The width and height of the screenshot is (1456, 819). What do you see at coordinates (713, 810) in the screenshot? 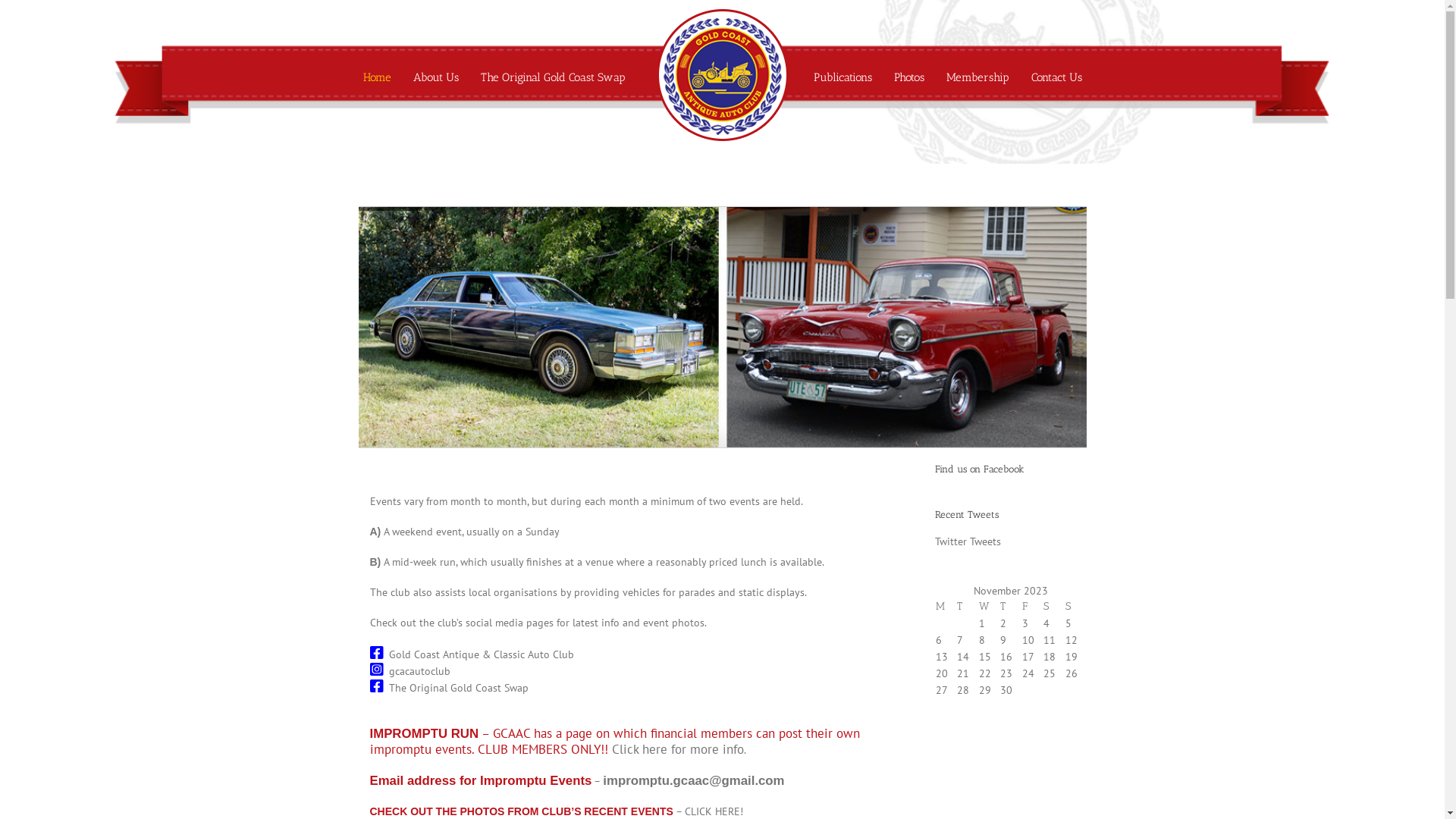
I see `'CLICK HERE!'` at bounding box center [713, 810].